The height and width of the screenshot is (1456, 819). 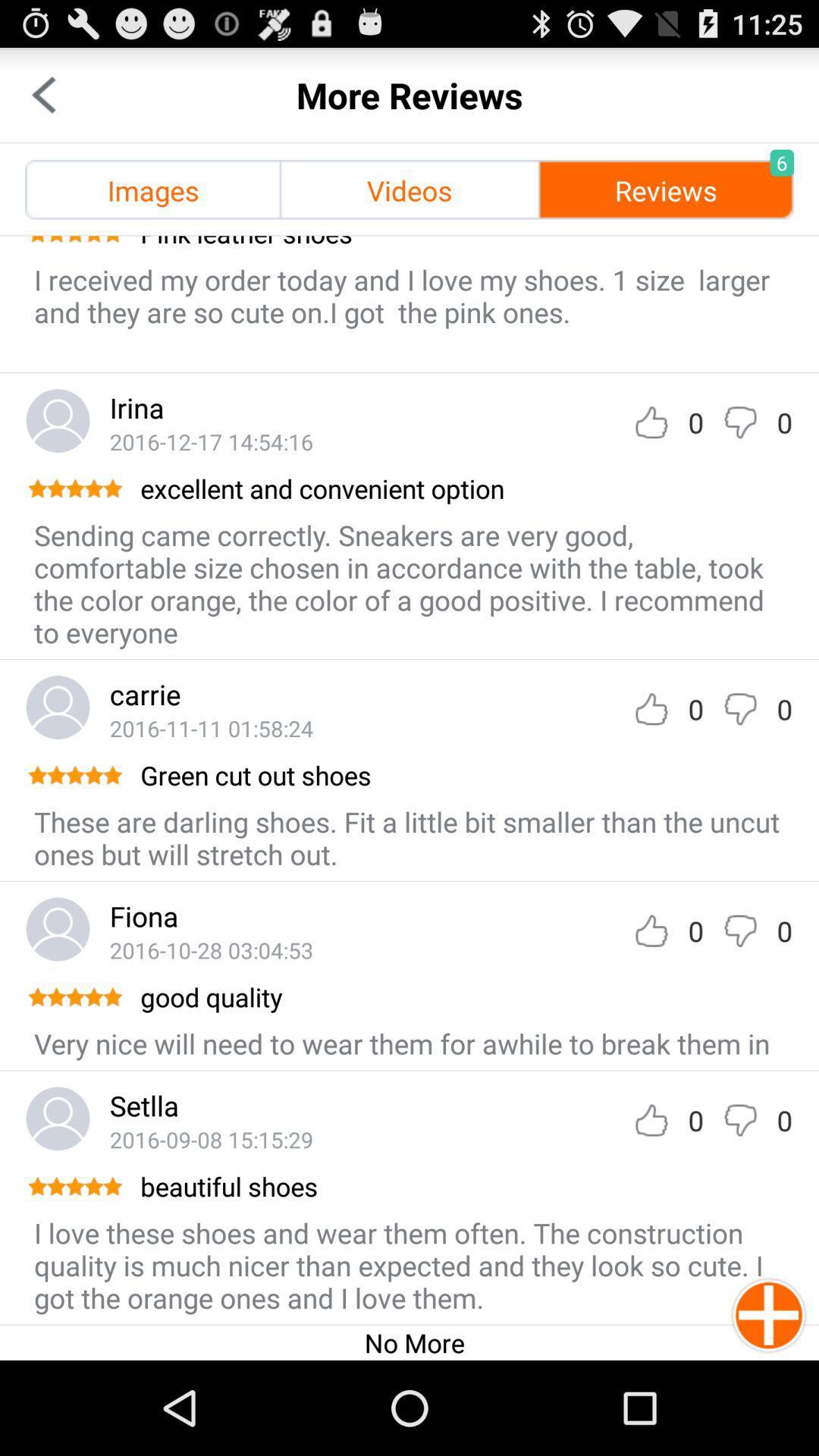 What do you see at coordinates (144, 1106) in the screenshot?
I see `setlla icon` at bounding box center [144, 1106].